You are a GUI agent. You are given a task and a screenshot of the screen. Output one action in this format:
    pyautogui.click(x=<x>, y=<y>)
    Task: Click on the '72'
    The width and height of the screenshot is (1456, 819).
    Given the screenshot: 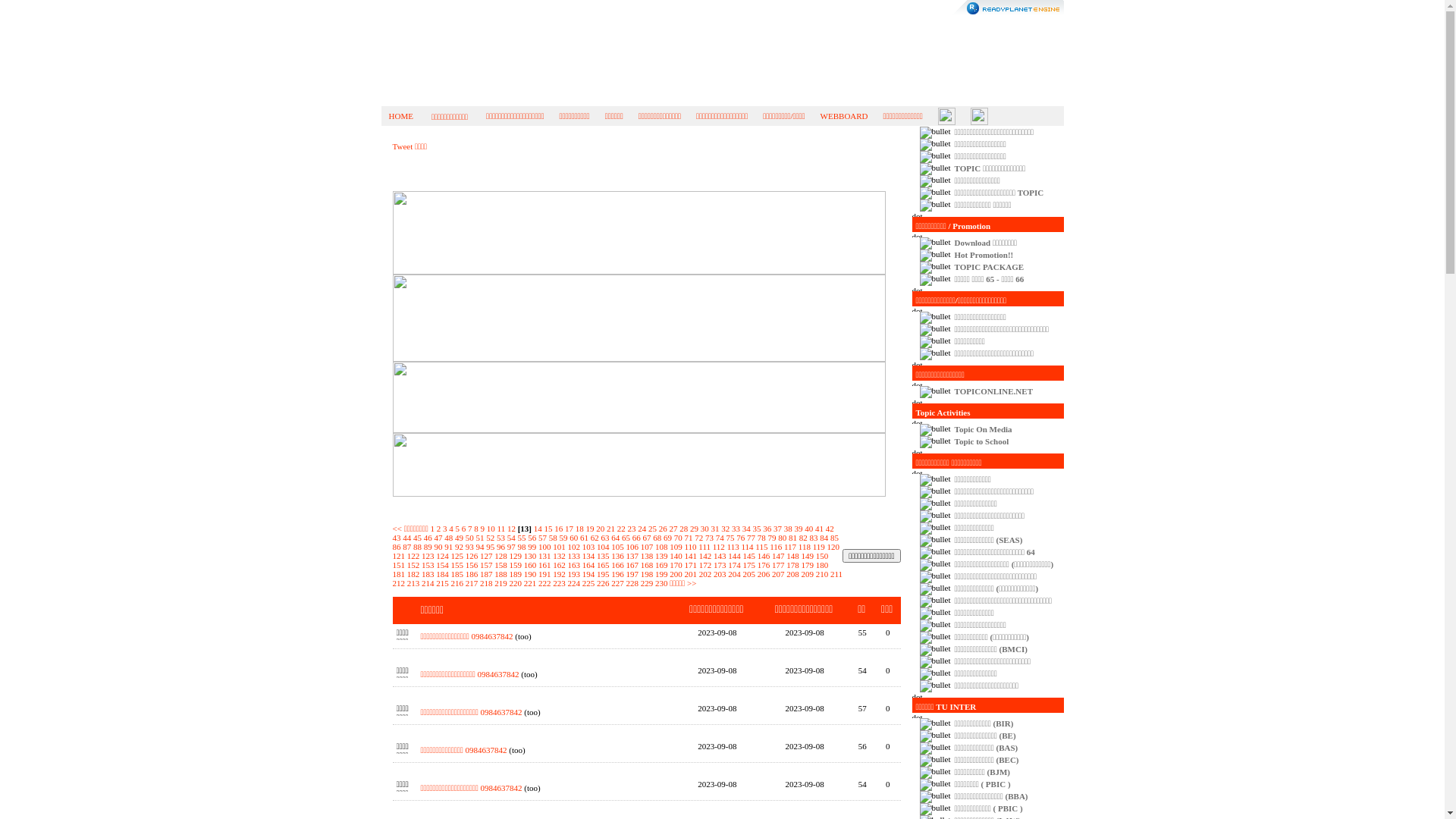 What is the action you would take?
    pyautogui.click(x=698, y=537)
    